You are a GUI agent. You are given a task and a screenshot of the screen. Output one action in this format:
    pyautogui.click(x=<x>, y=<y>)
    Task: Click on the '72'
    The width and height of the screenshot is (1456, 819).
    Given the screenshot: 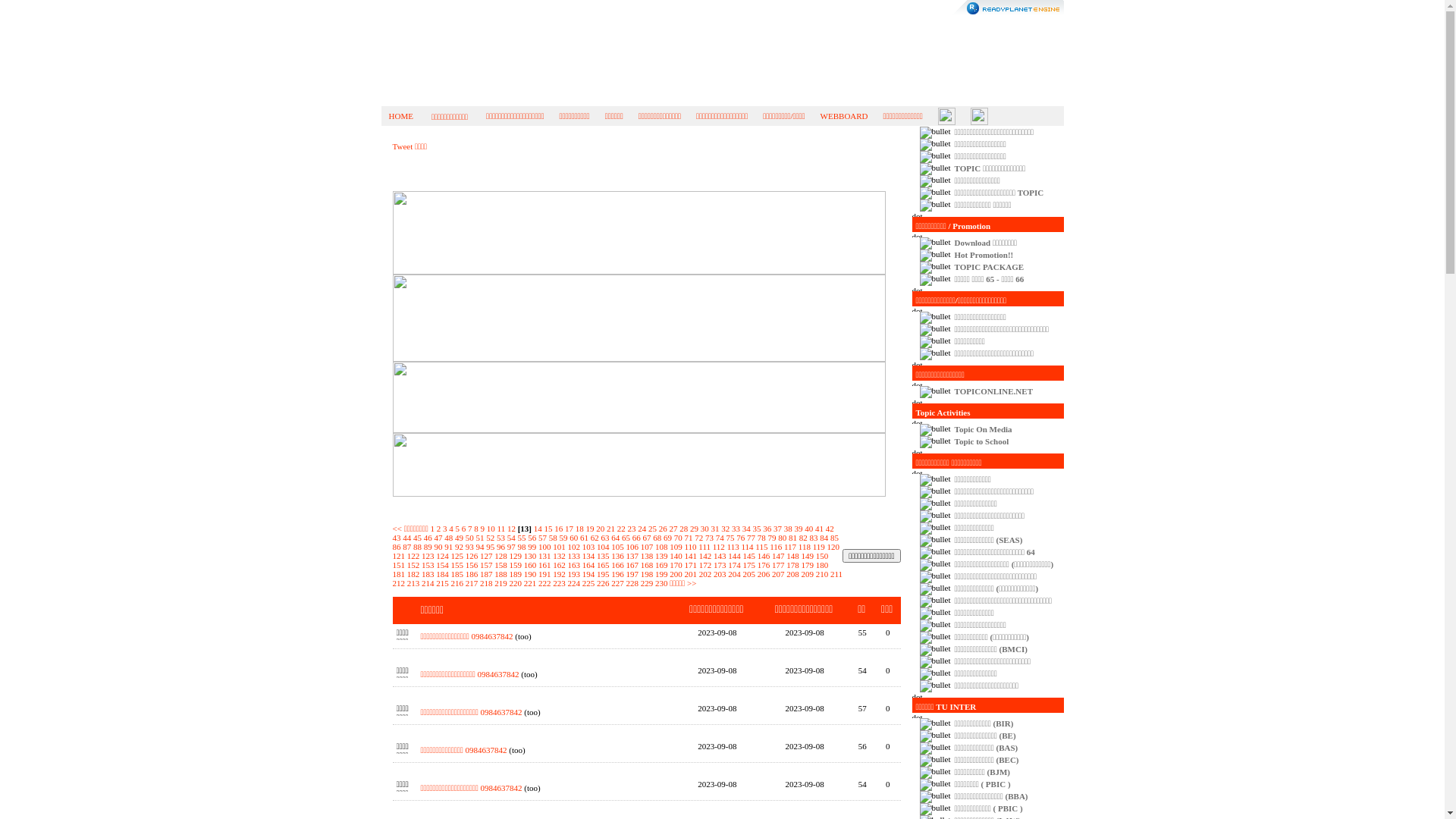 What is the action you would take?
    pyautogui.click(x=698, y=537)
    